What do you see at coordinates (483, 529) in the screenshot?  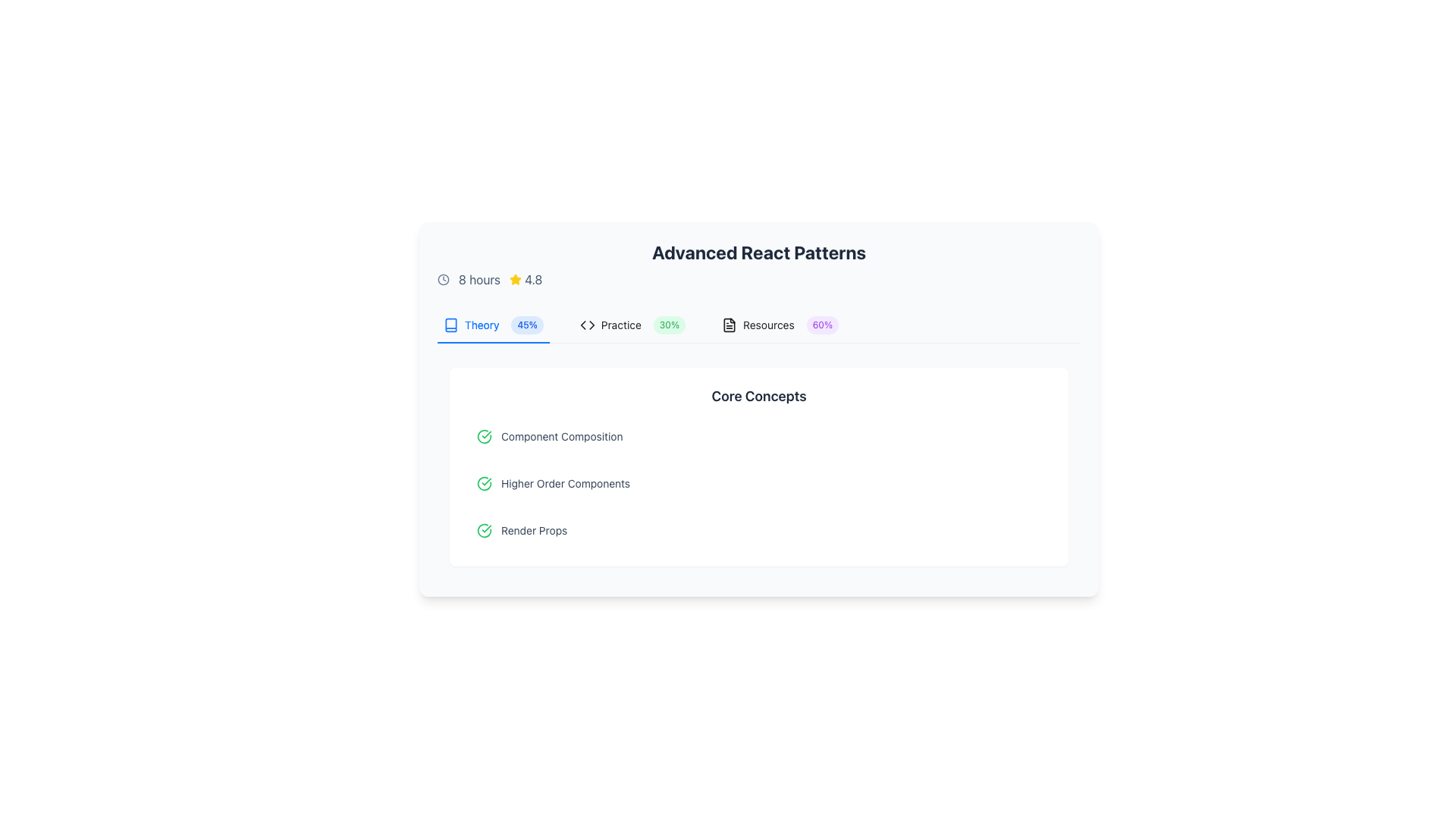 I see `the circular icon indicating a completed state related to the 'Render Props' feature, located to the left of the text 'Render Props'` at bounding box center [483, 529].